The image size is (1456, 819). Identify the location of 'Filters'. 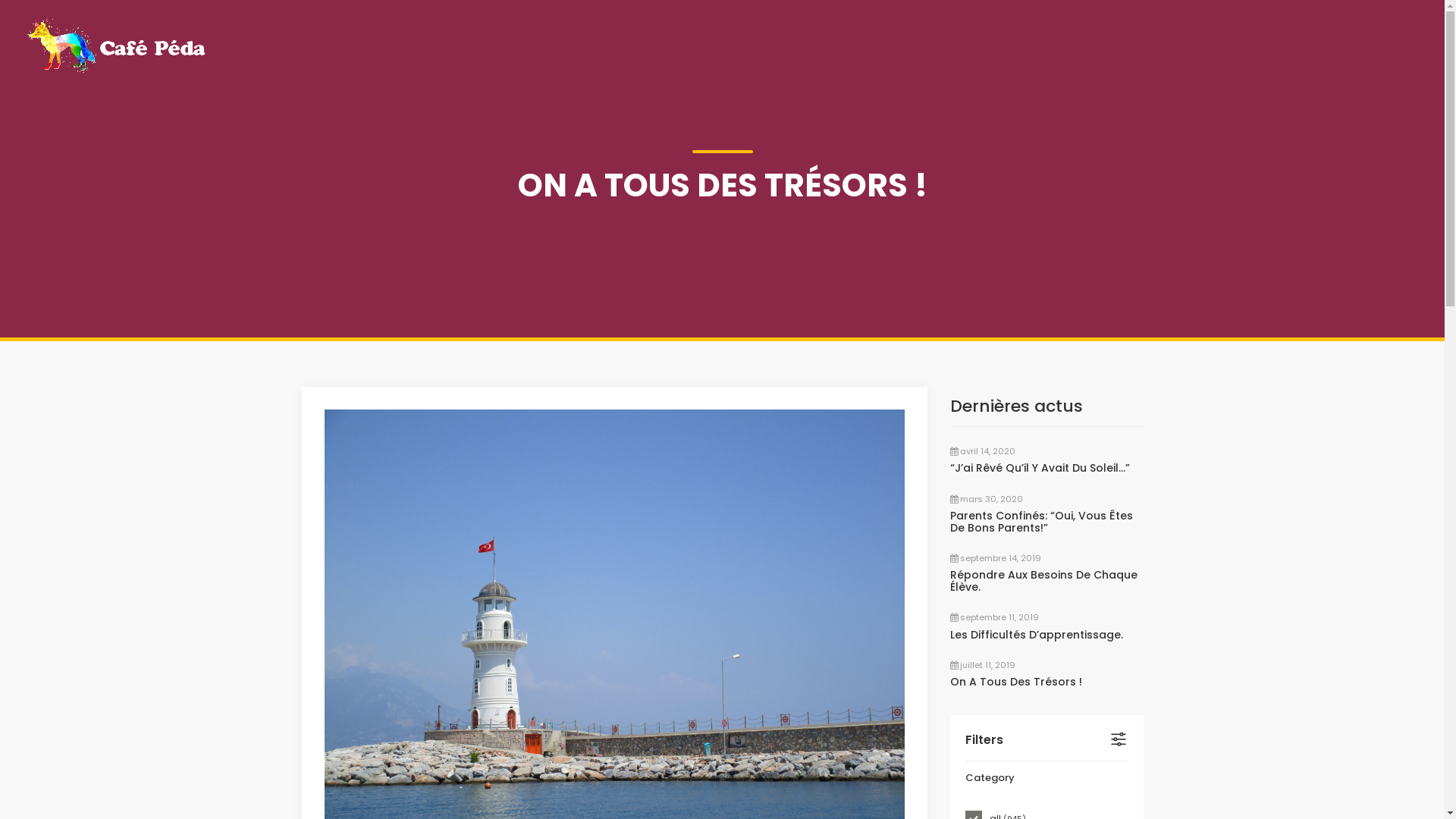
(964, 739).